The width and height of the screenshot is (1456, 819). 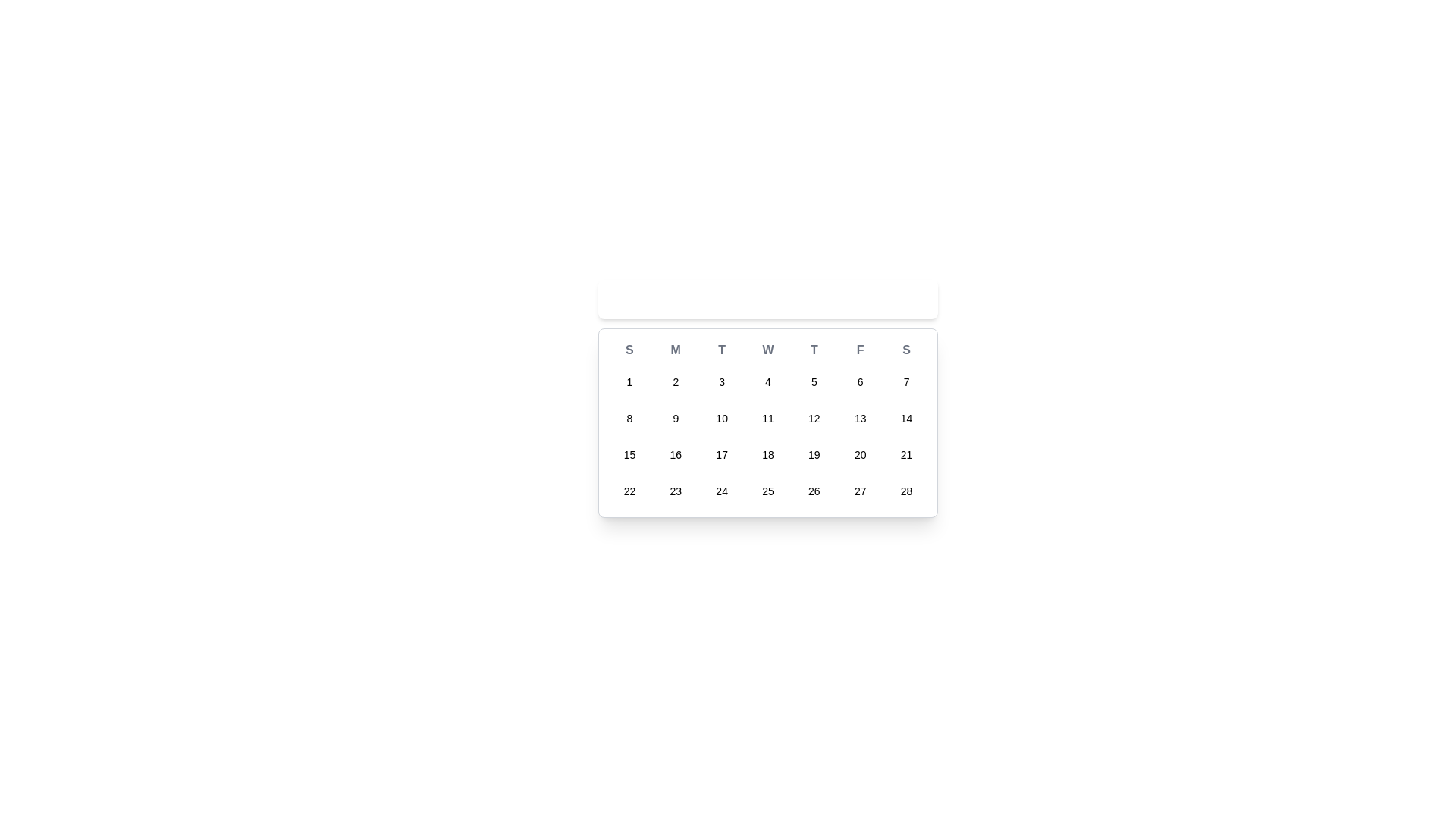 I want to click on the calendar date cell displaying '10' in bold black font, located in the third column and third row of the grid layout, so click(x=721, y=418).